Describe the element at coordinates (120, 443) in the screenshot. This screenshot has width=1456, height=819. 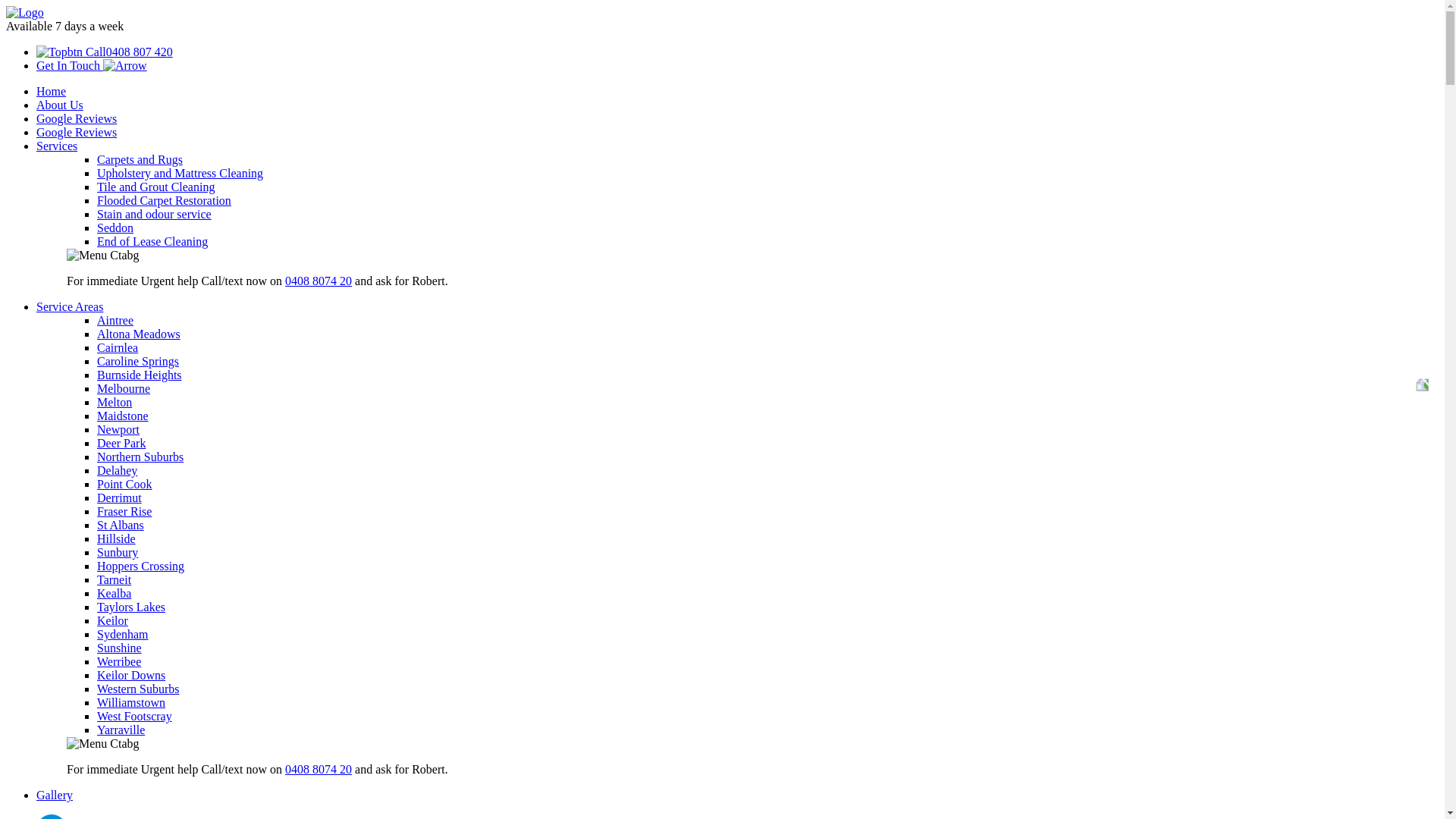
I see `'Deer Park'` at that location.